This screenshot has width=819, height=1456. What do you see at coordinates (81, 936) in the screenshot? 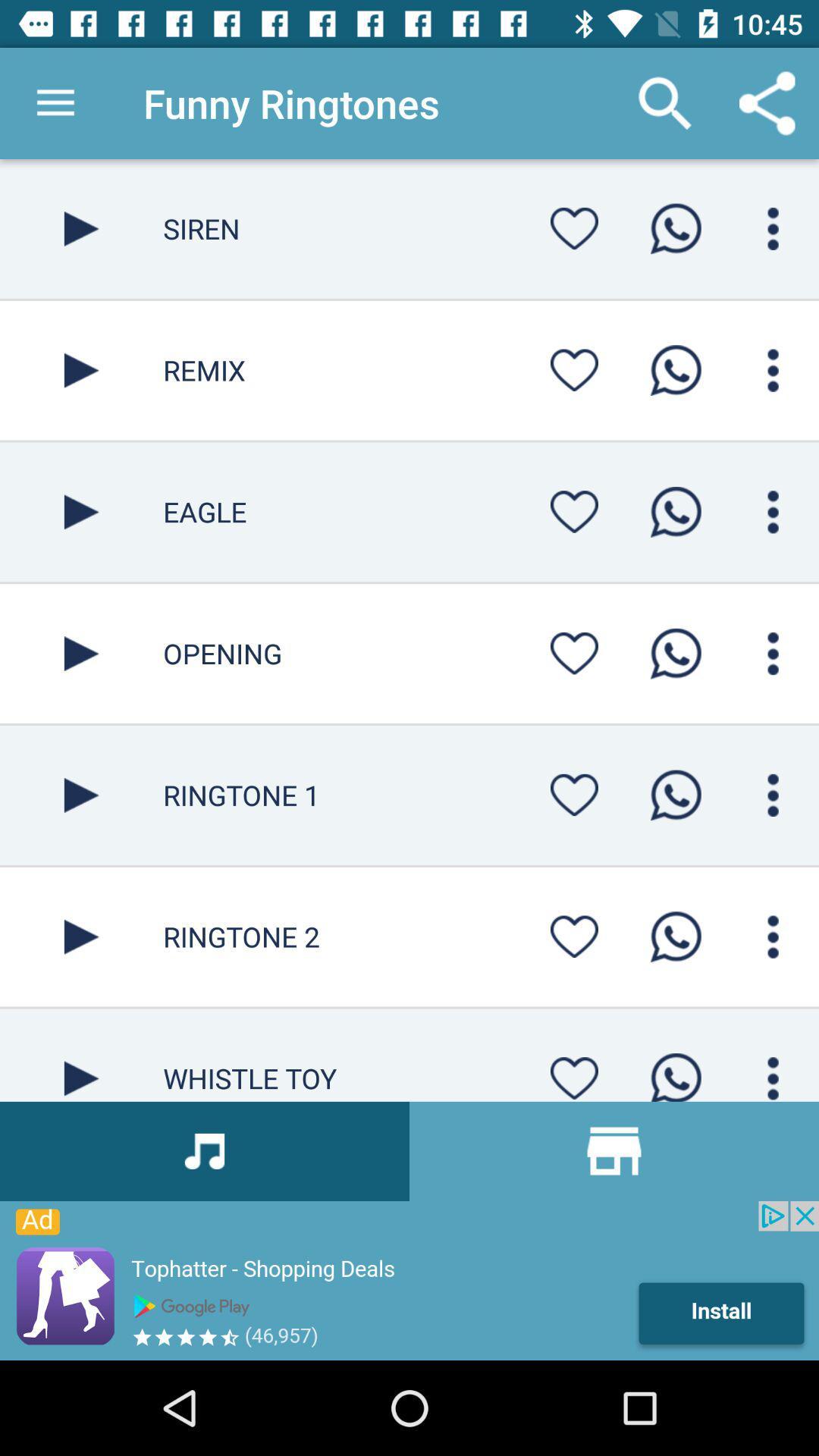
I see `page` at bounding box center [81, 936].